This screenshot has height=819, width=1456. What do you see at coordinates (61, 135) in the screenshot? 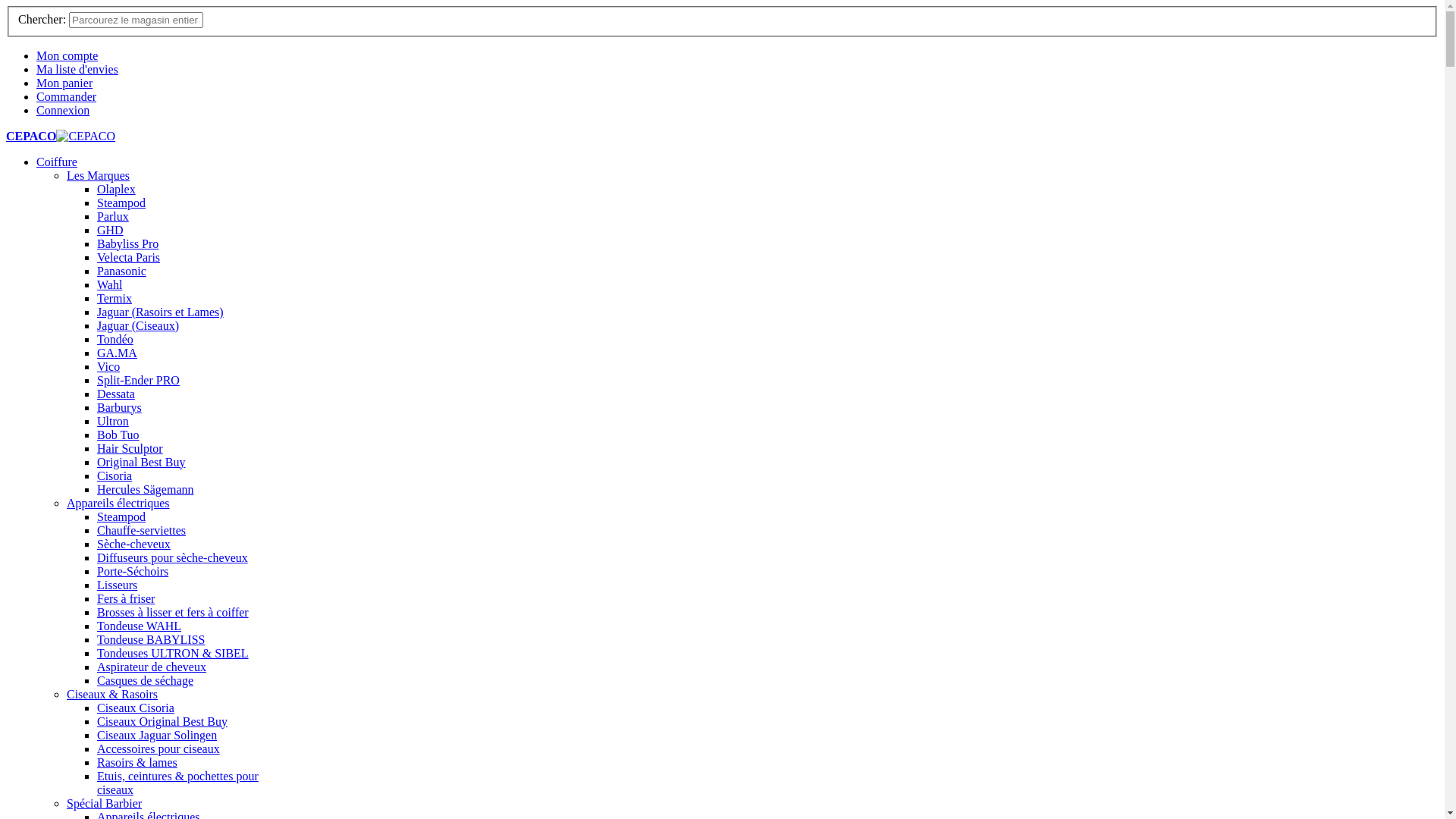
I see `'CEPACO'` at bounding box center [61, 135].